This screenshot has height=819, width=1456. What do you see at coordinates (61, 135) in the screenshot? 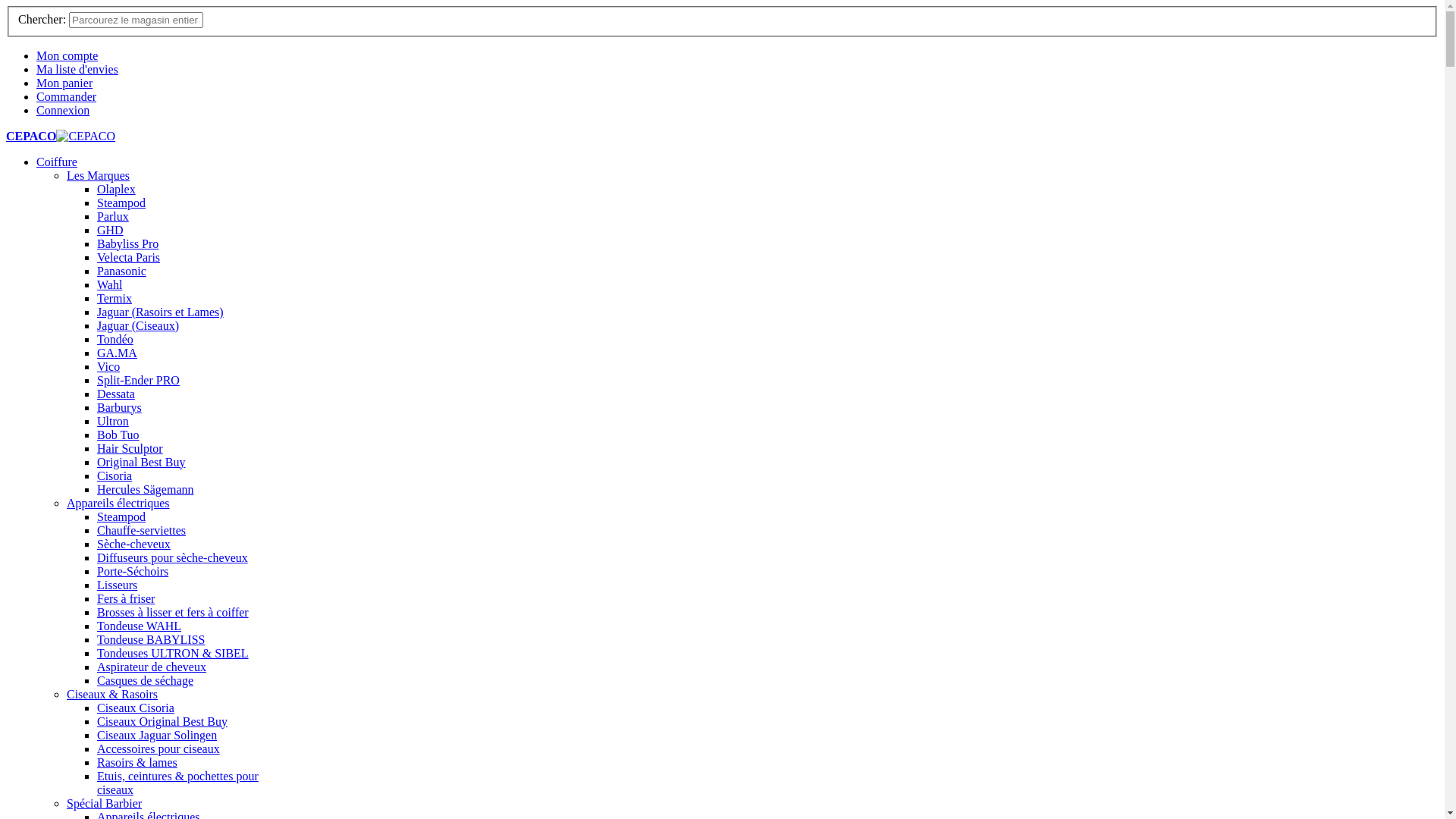
I see `'CEPACO'` at bounding box center [61, 135].